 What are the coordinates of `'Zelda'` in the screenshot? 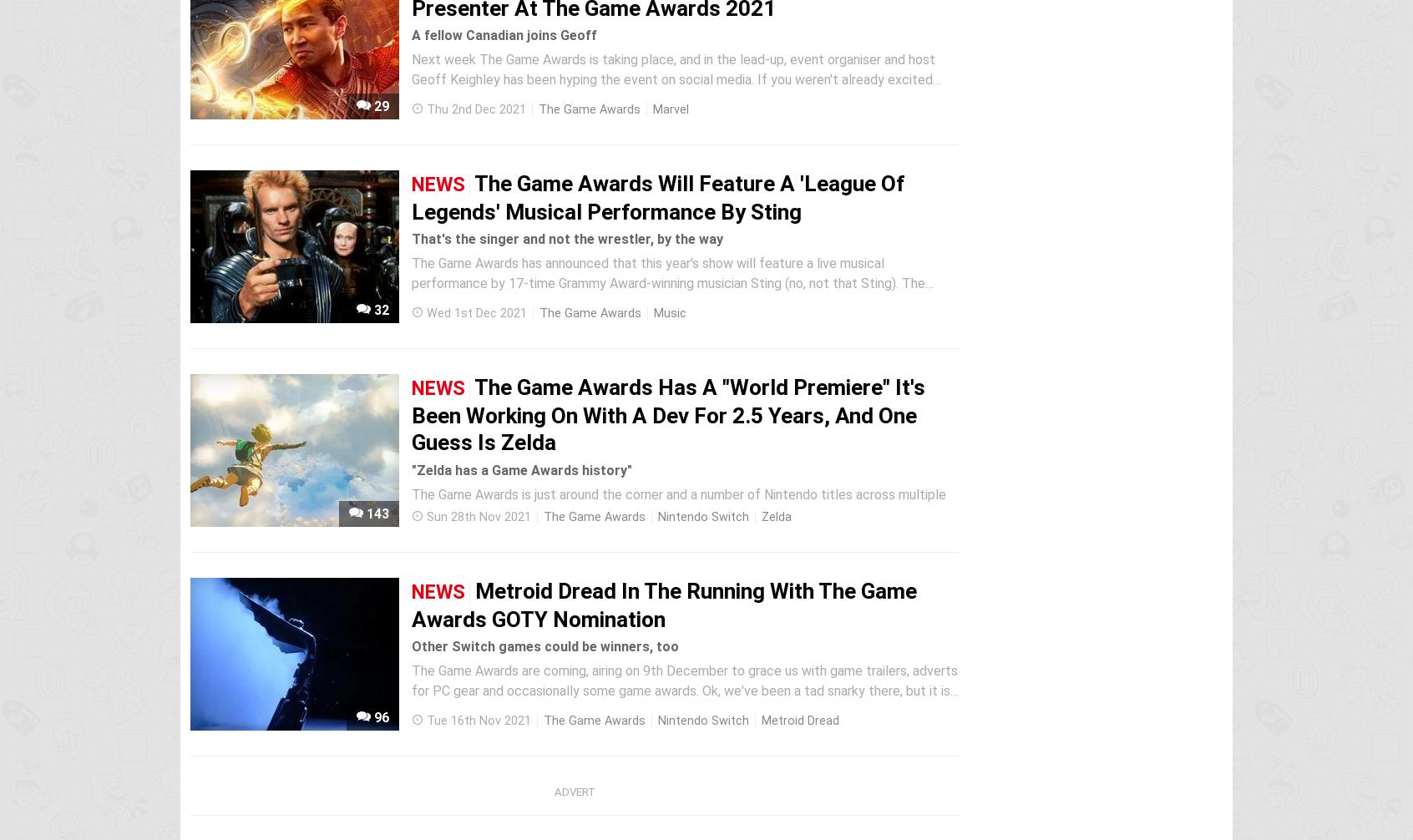 It's located at (776, 517).